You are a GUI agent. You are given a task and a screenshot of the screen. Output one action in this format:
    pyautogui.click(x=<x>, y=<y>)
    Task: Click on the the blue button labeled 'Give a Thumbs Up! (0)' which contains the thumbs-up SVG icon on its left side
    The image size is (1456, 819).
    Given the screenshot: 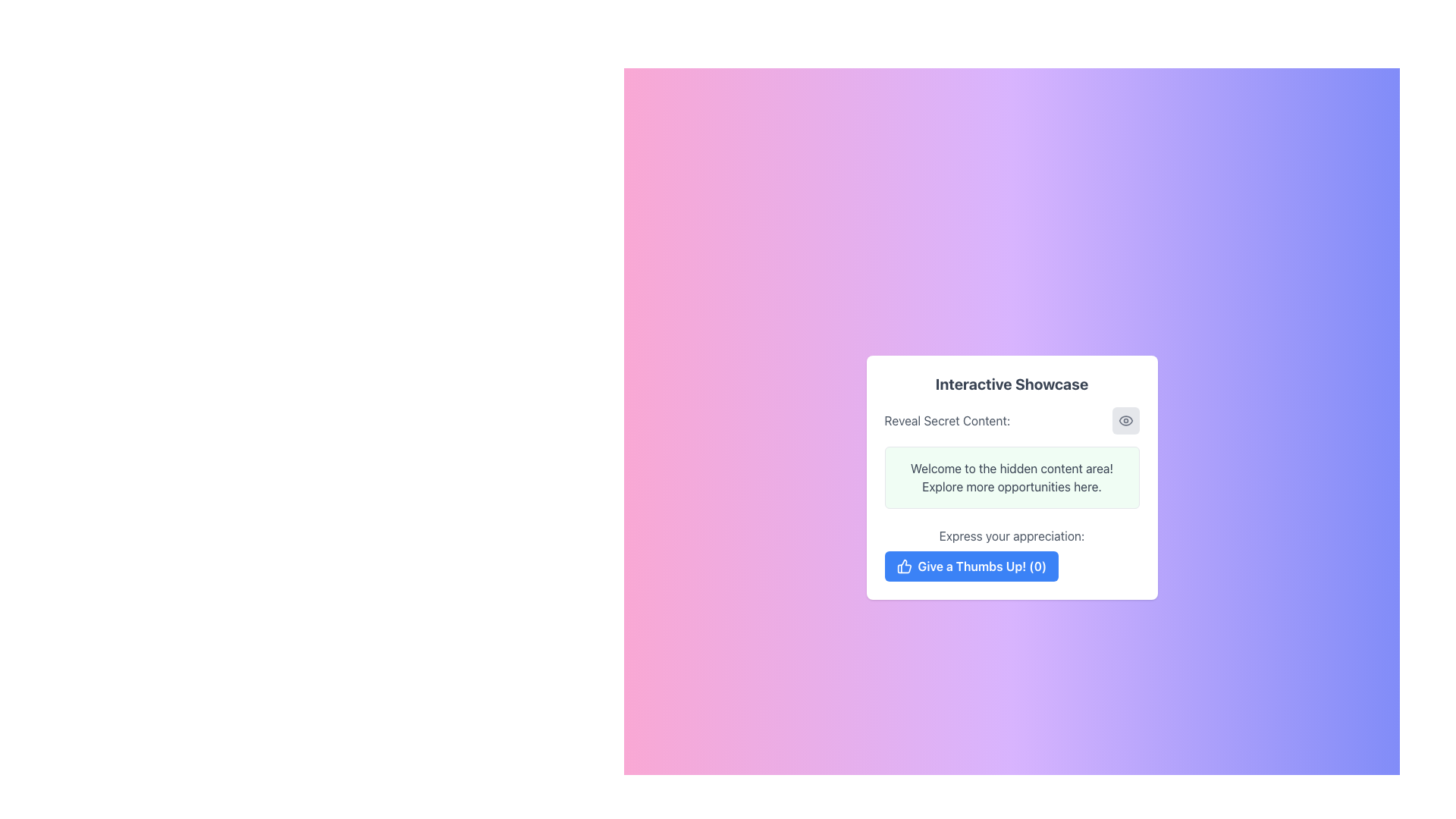 What is the action you would take?
    pyautogui.click(x=904, y=566)
    